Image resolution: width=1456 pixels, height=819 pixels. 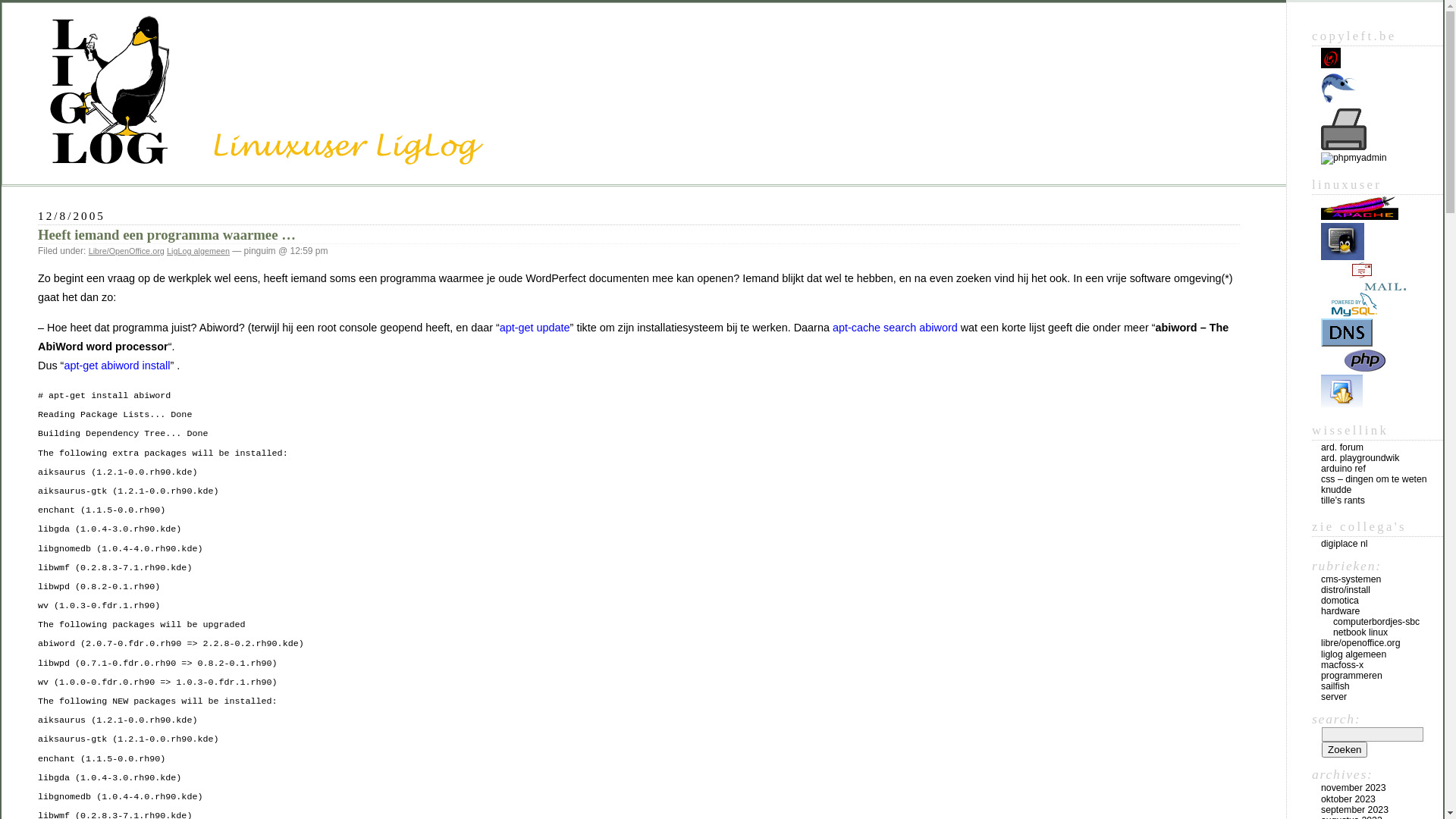 What do you see at coordinates (1354, 786) in the screenshot?
I see `'november 2023'` at bounding box center [1354, 786].